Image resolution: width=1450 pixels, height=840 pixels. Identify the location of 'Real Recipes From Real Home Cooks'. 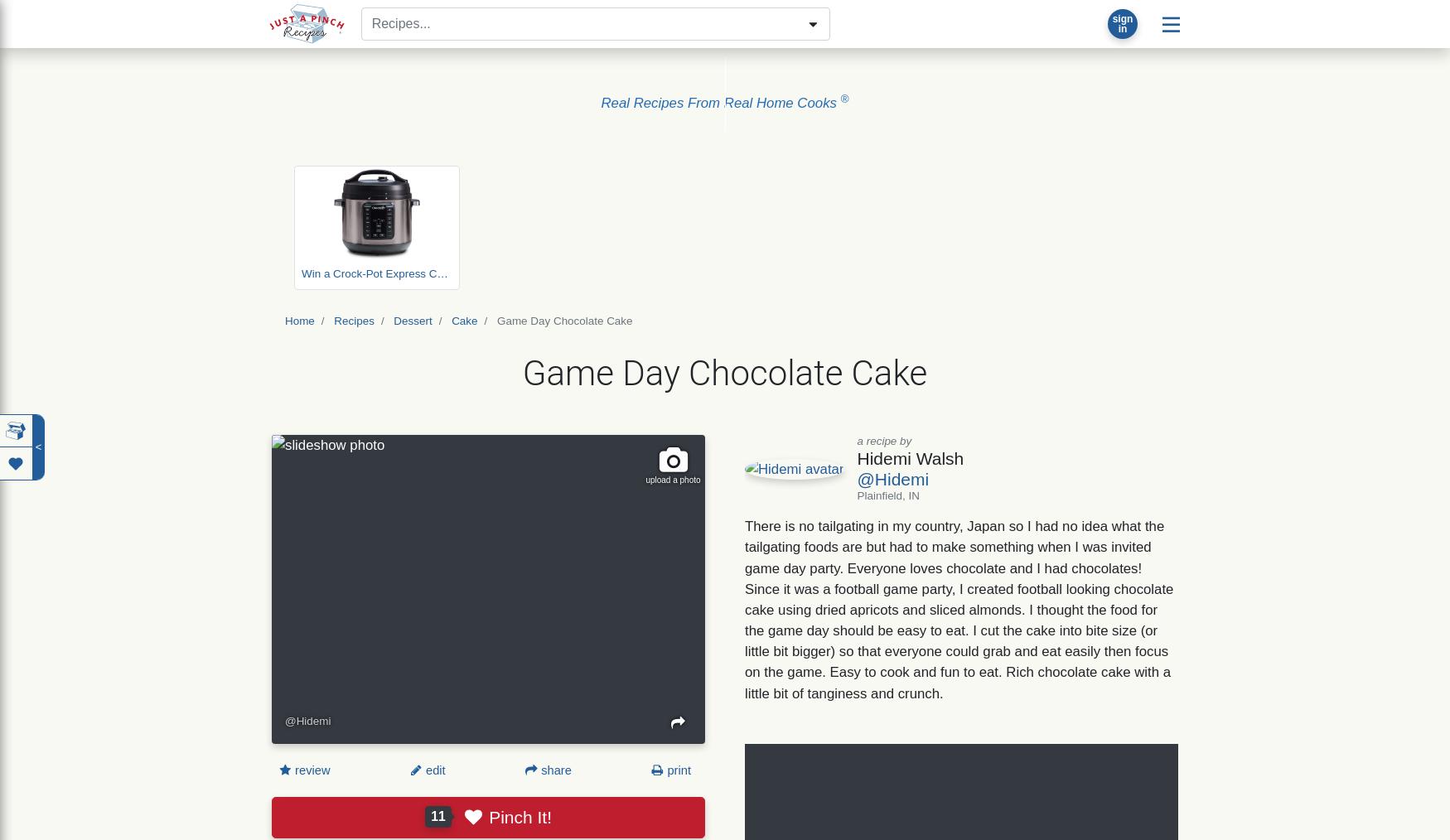
(601, 103).